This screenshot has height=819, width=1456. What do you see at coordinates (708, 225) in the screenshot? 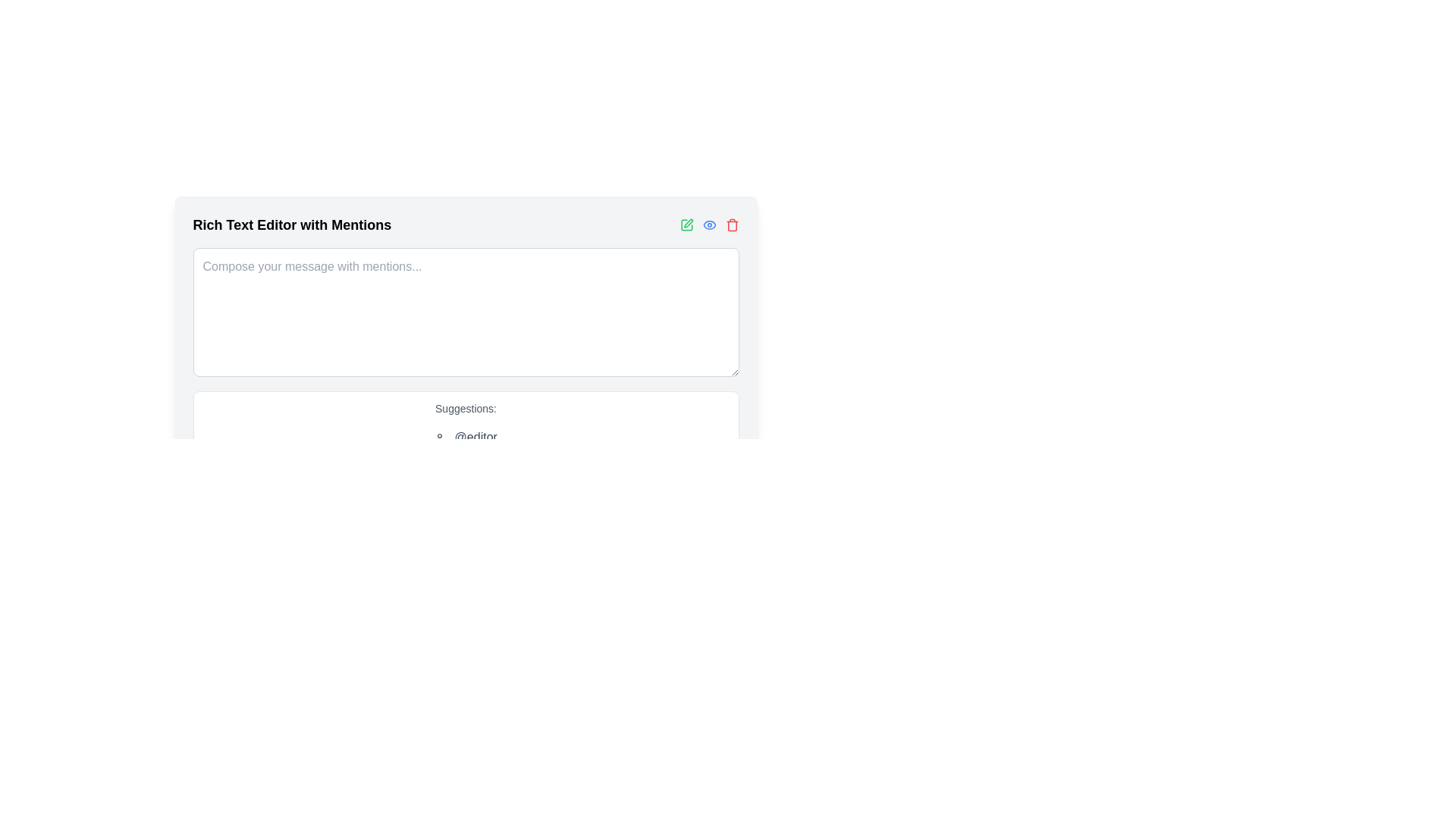
I see `the blue 'View' icon button, which is the second icon in a horizontal group of three icons at the top-right of the text editor interface` at bounding box center [708, 225].